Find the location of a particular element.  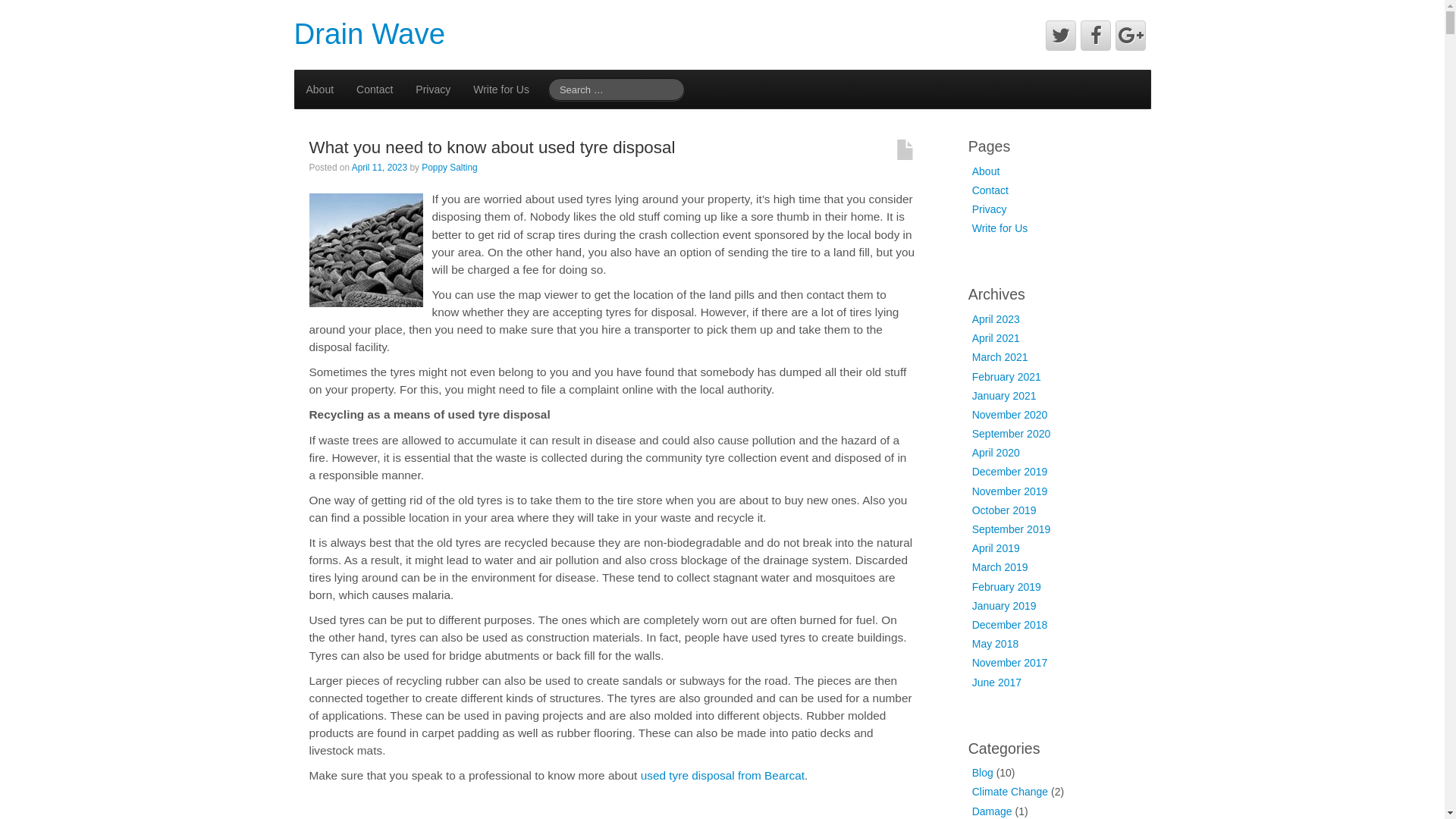

'About' is located at coordinates (986, 171).